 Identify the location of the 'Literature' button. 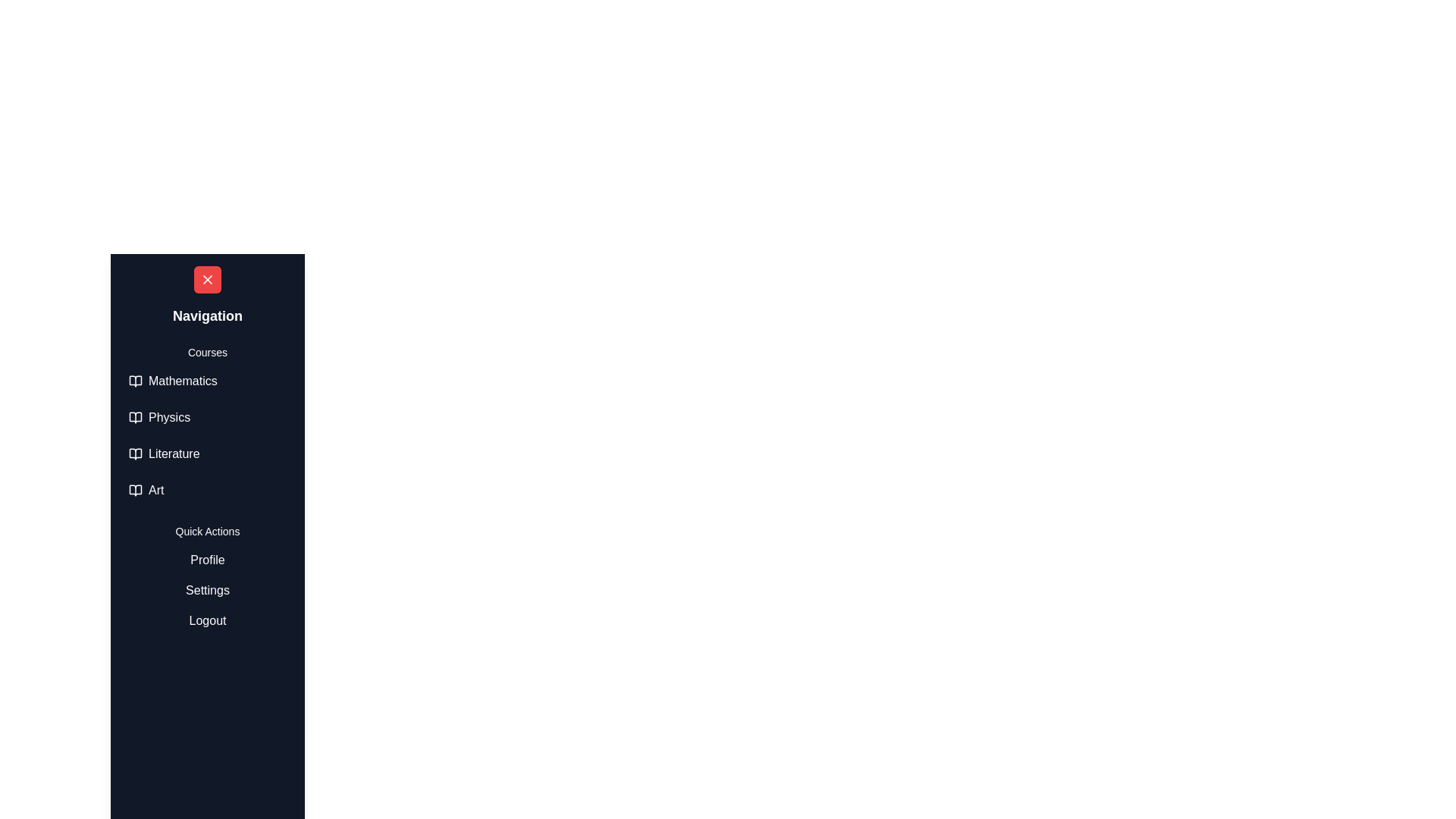
(206, 453).